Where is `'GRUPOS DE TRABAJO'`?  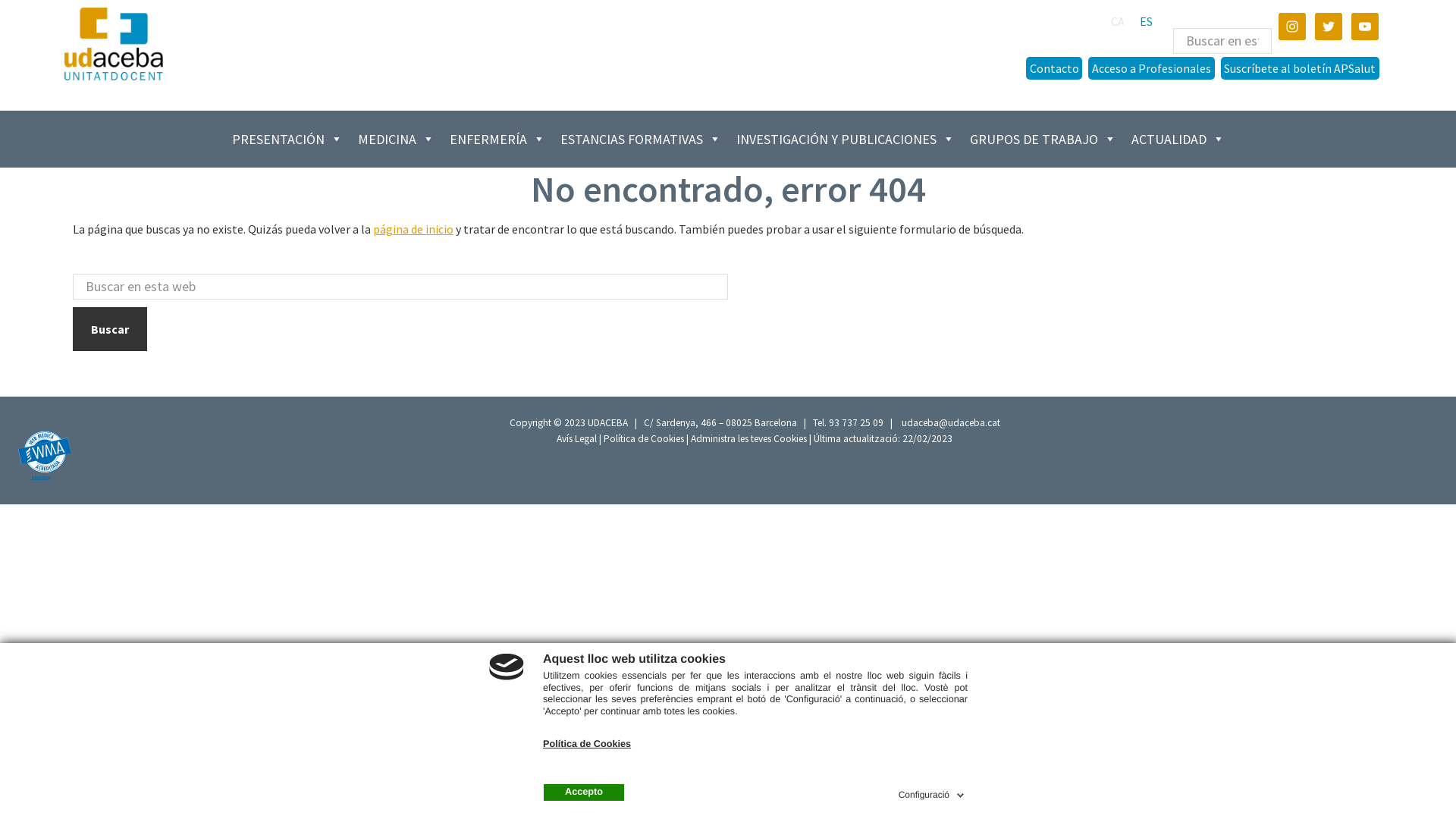
'GRUPOS DE TRABAJO' is located at coordinates (960, 139).